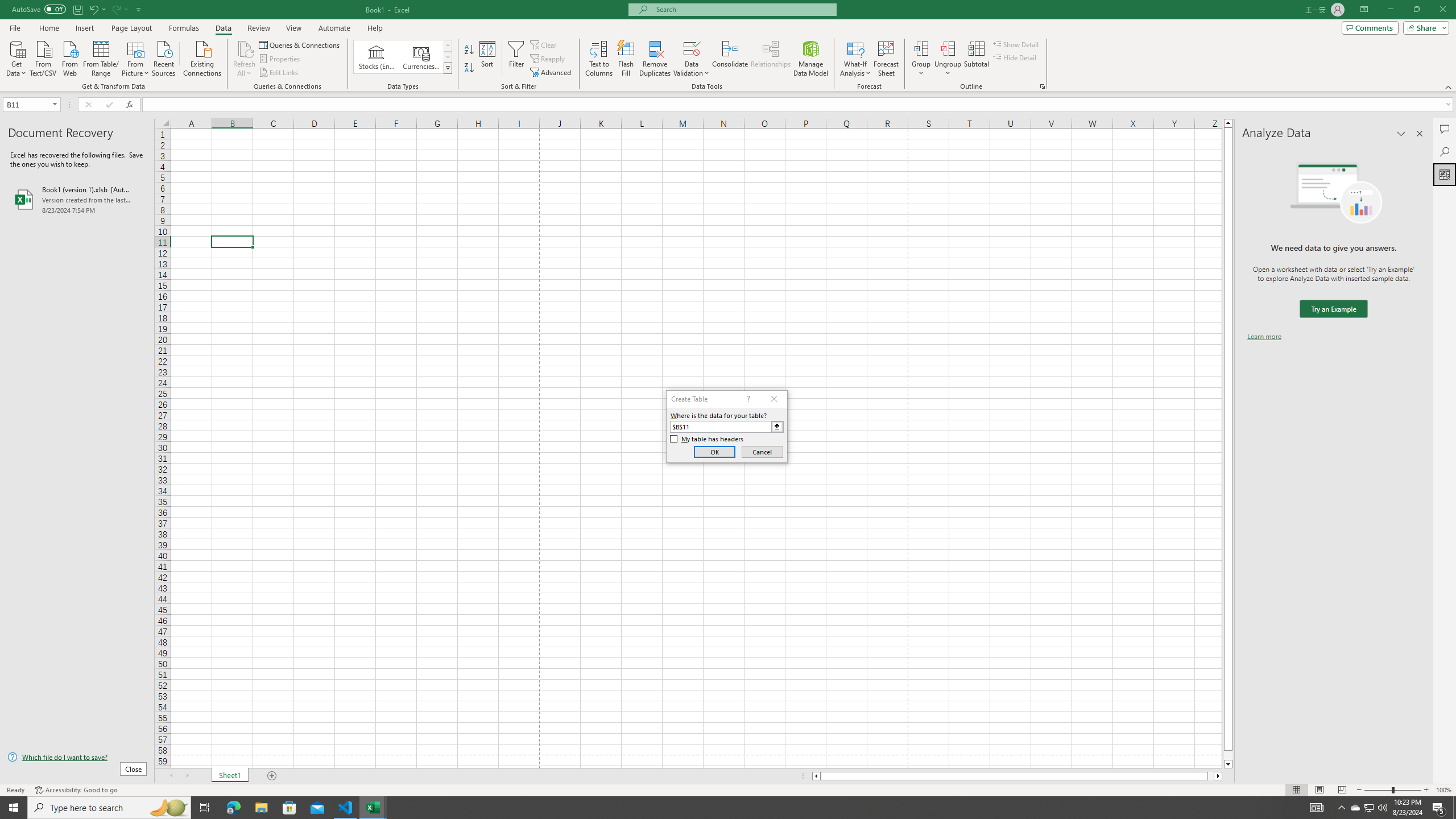 This screenshot has width=1456, height=819. Describe the element at coordinates (300, 44) in the screenshot. I see `'Queries & Connections'` at that location.